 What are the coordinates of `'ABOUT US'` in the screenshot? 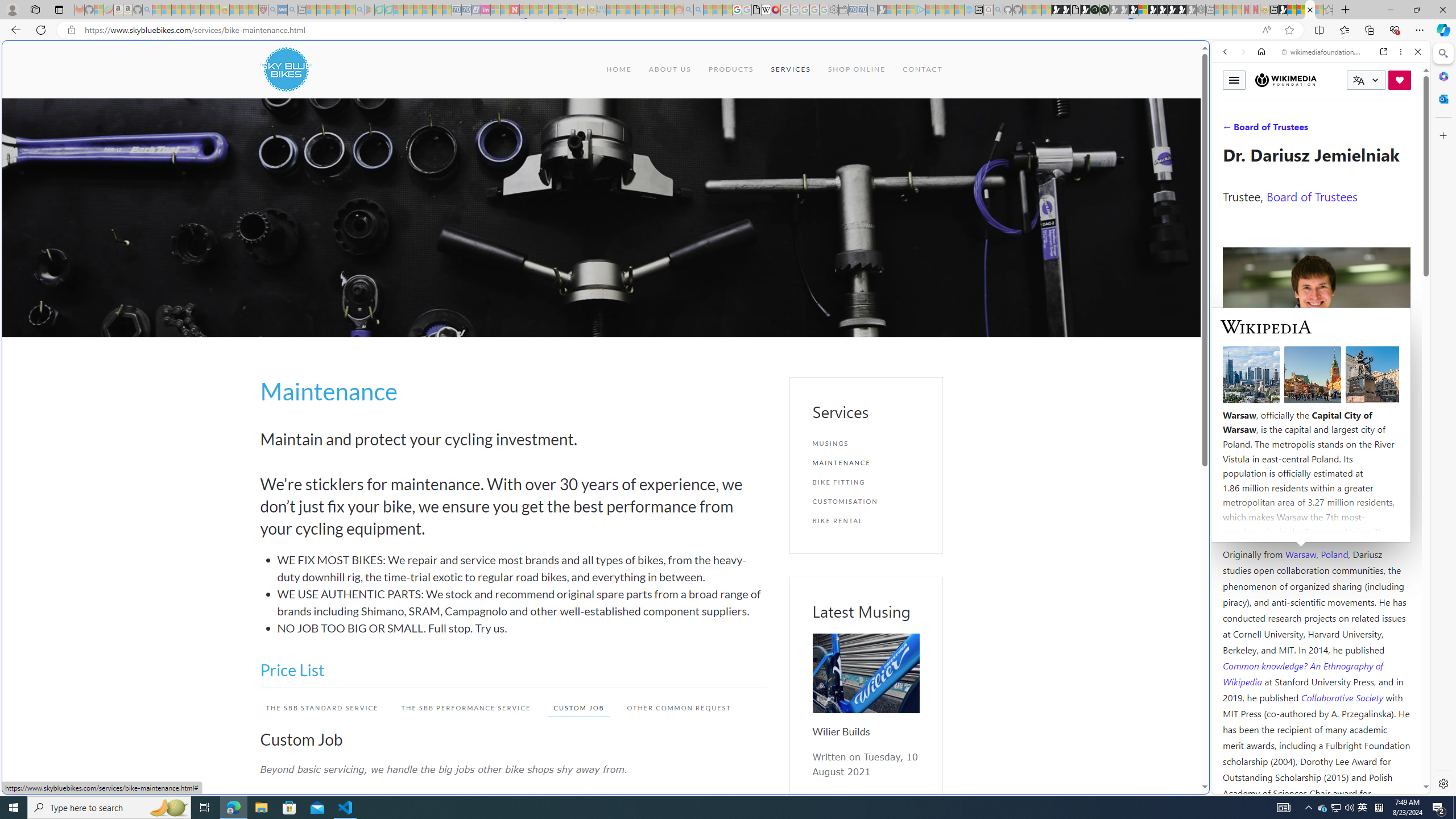 It's located at (669, 68).